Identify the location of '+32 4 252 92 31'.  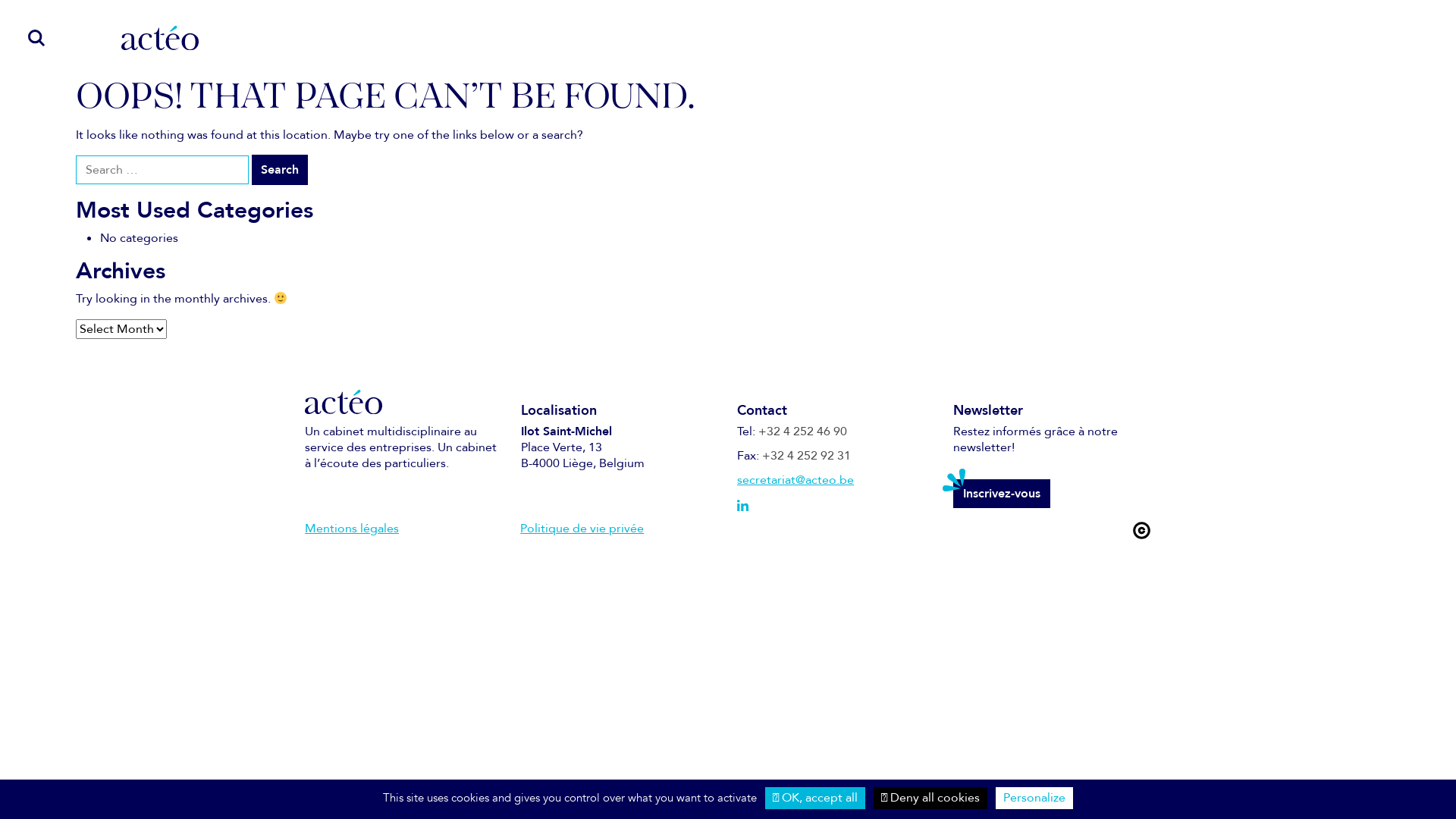
(805, 455).